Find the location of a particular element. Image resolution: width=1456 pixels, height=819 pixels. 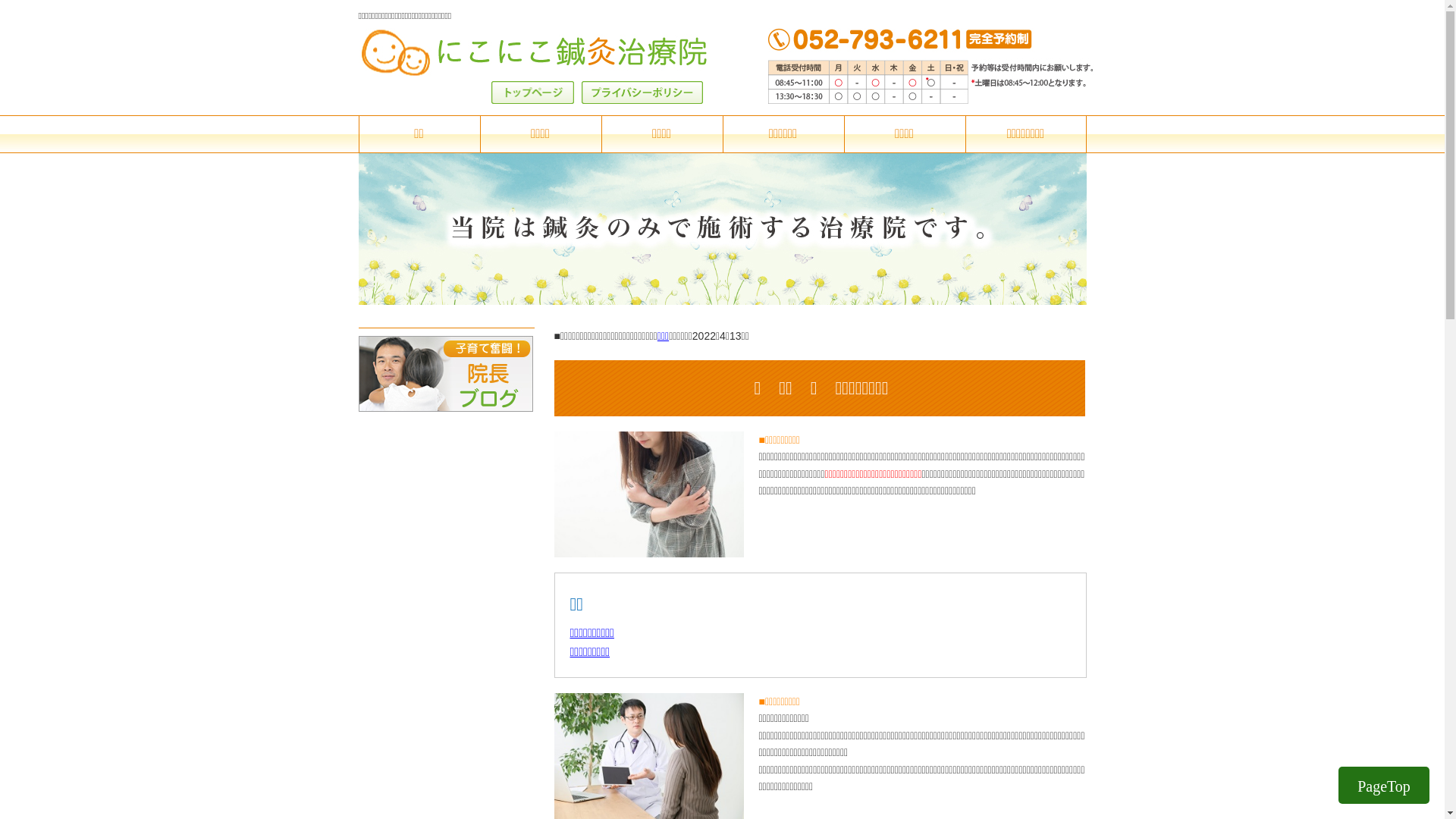

'PageTop' is located at coordinates (1383, 785).